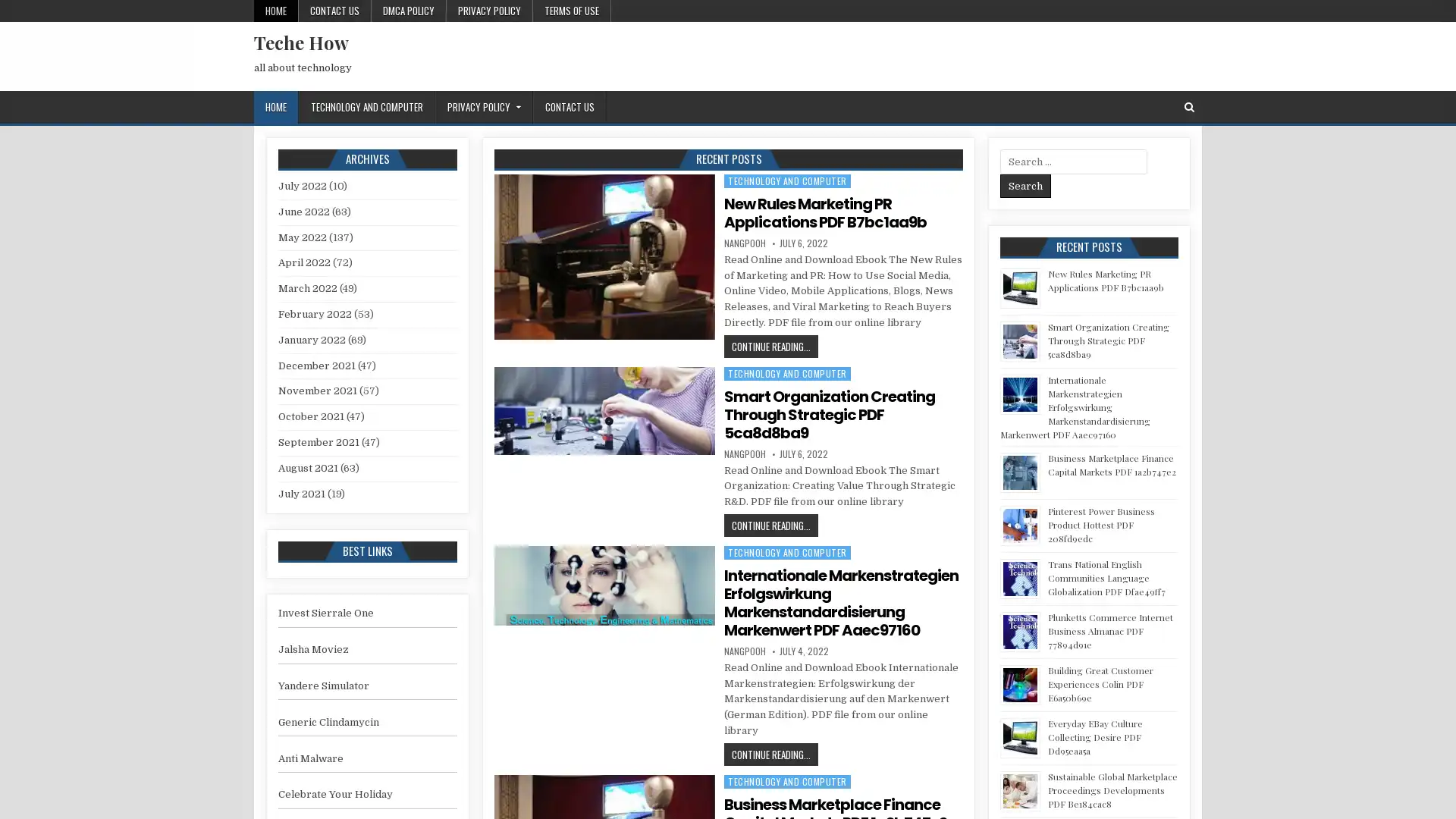 This screenshot has height=819, width=1456. Describe the element at coordinates (1025, 185) in the screenshot. I see `Search` at that location.